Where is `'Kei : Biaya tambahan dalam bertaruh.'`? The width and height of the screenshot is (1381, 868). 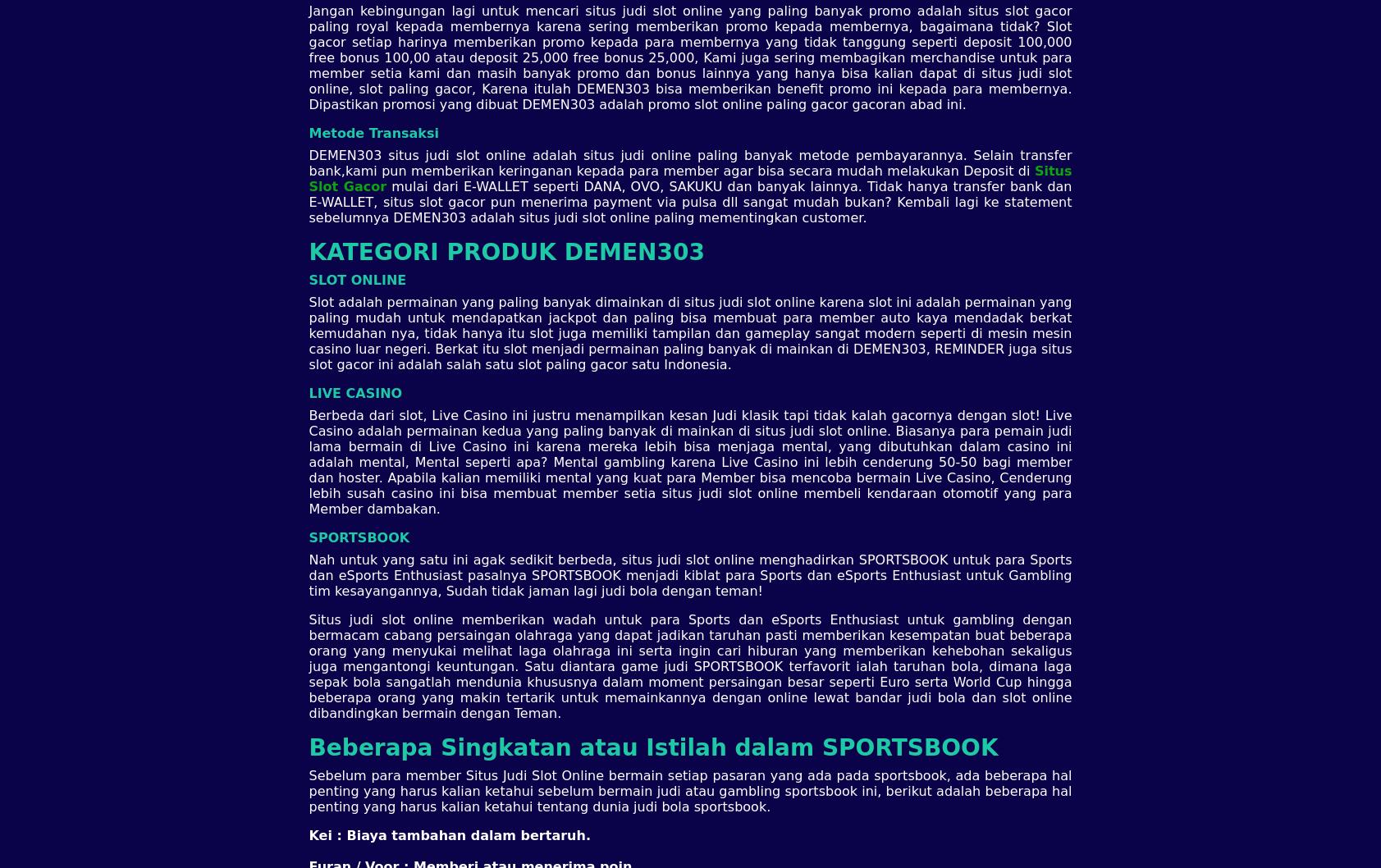 'Kei : Biaya tambahan dalam bertaruh.' is located at coordinates (308, 834).